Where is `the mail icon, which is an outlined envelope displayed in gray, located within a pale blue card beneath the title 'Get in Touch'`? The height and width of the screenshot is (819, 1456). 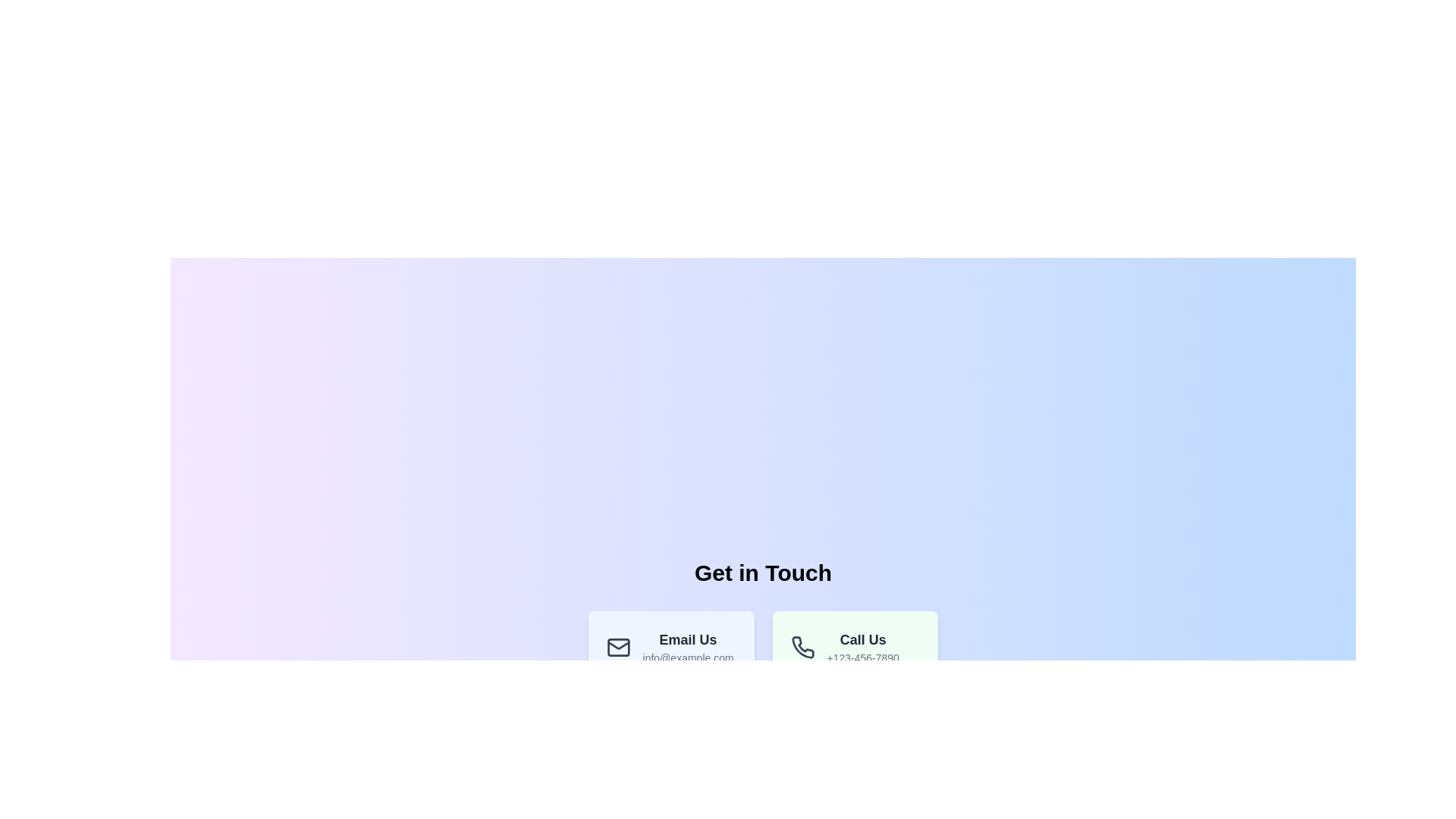
the mail icon, which is an outlined envelope displayed in gray, located within a pale blue card beneath the title 'Get in Touch' is located at coordinates (618, 647).